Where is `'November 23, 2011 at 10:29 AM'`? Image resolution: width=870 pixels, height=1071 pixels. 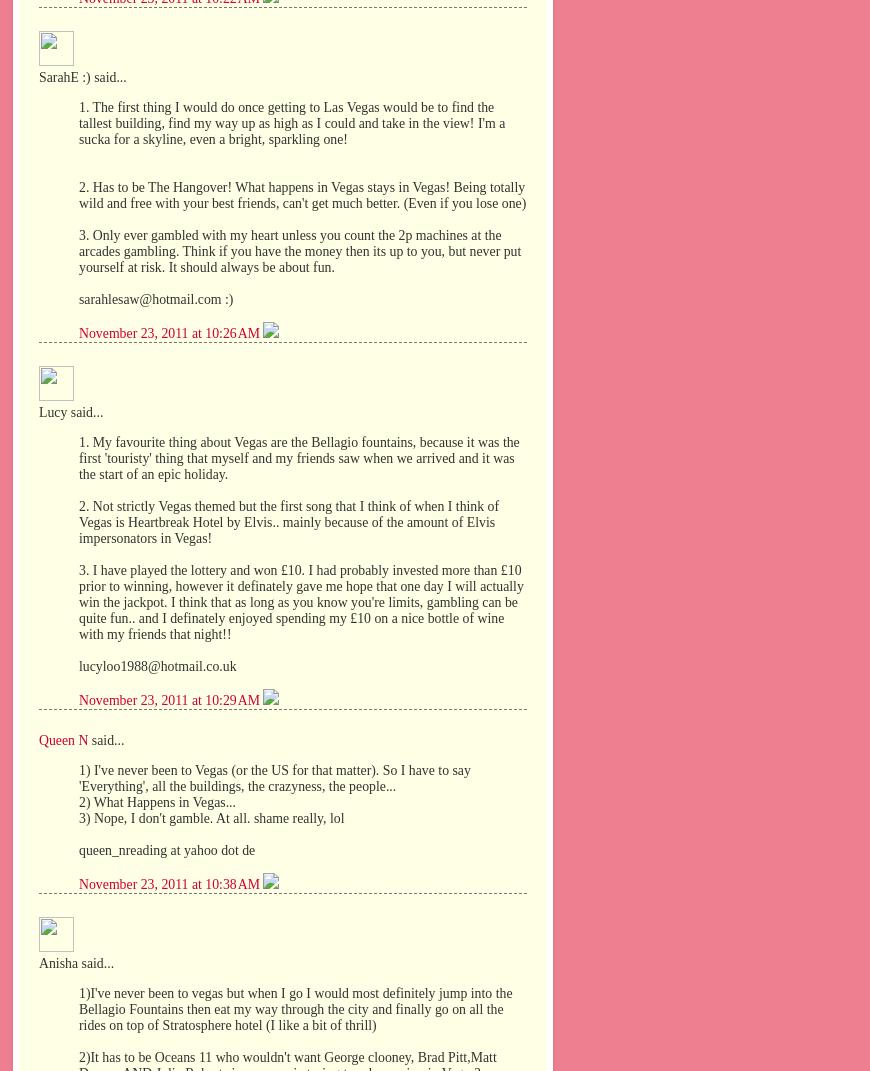 'November 23, 2011 at 10:29 AM' is located at coordinates (170, 699).